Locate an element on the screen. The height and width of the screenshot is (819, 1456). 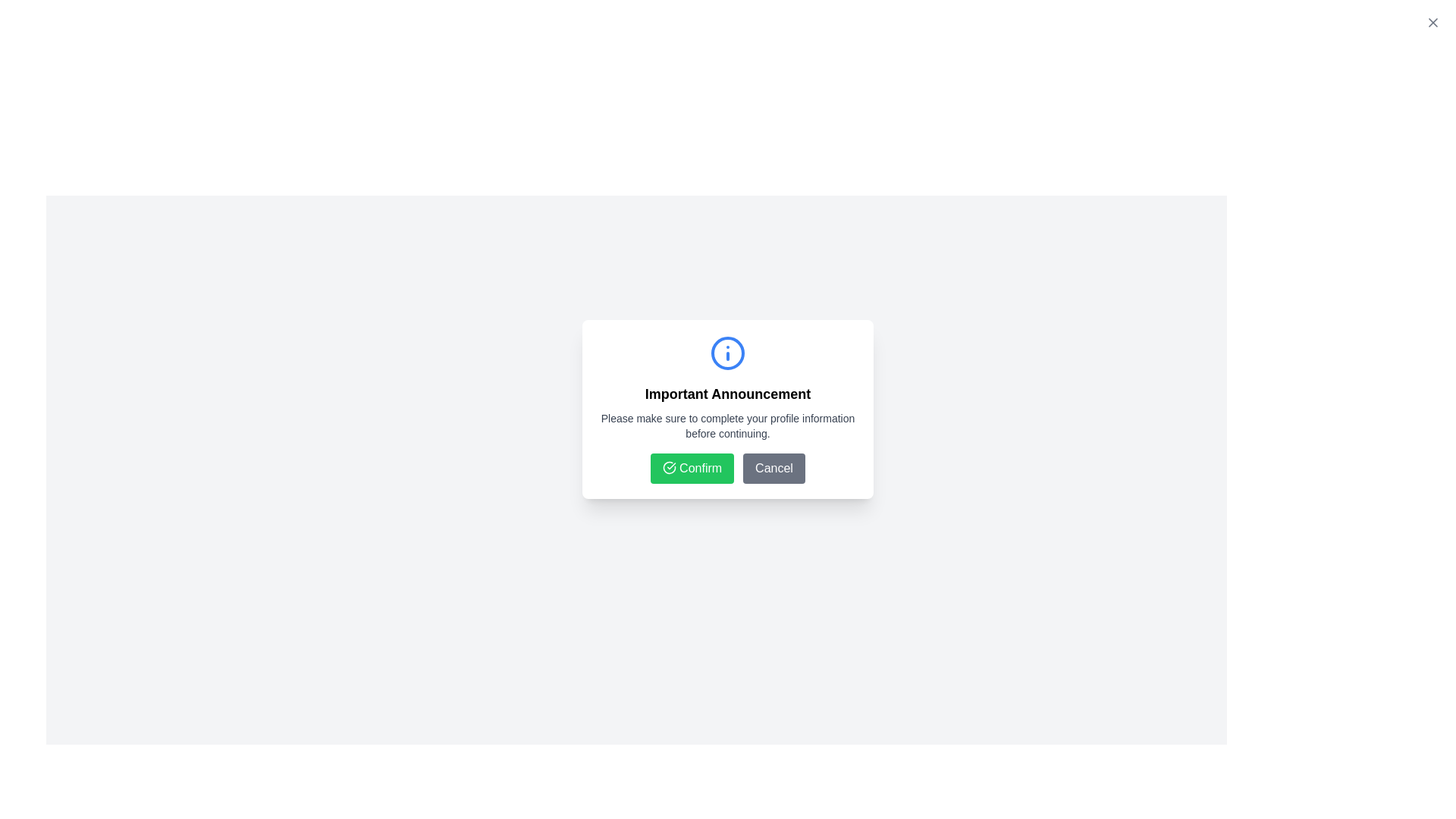
the text label that serves as a heading for the modal dialog box, positioned below the blue circular 'info' icon and above the descriptive text and action buttons is located at coordinates (728, 394).